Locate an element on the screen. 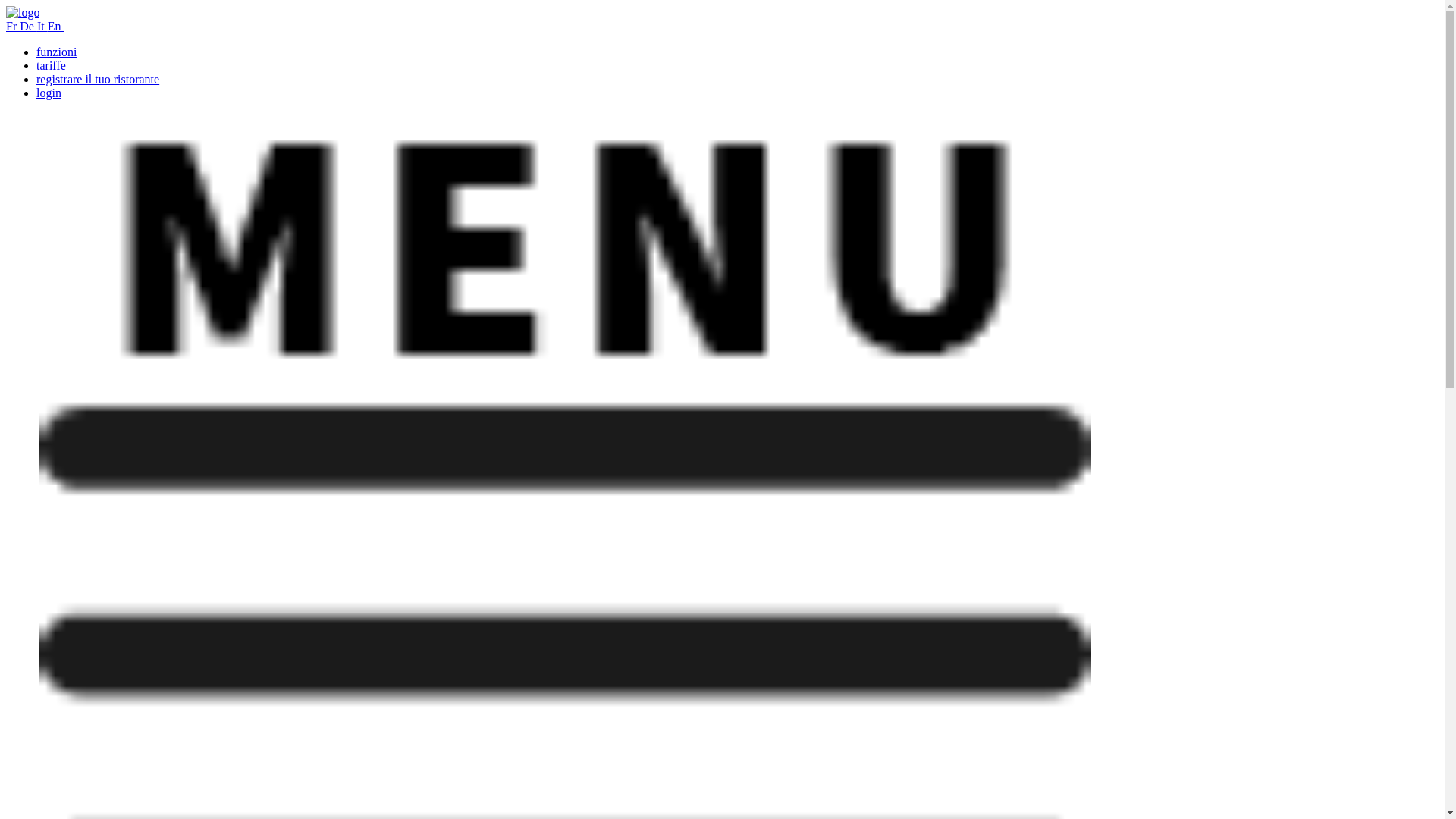 The height and width of the screenshot is (819, 1456). 'En' is located at coordinates (55, 26).